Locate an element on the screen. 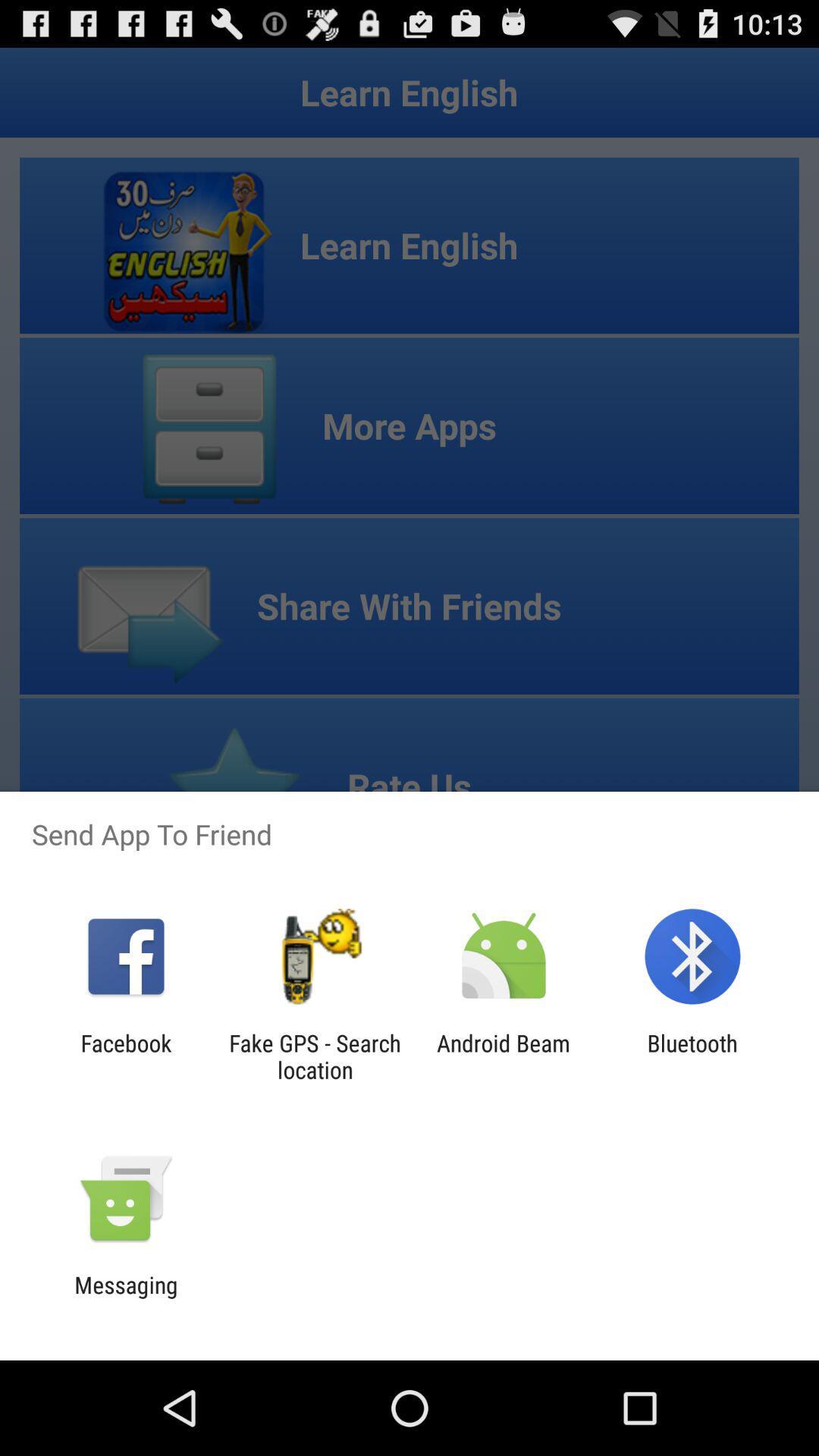  the app to the right of the facebook item is located at coordinates (314, 1056).